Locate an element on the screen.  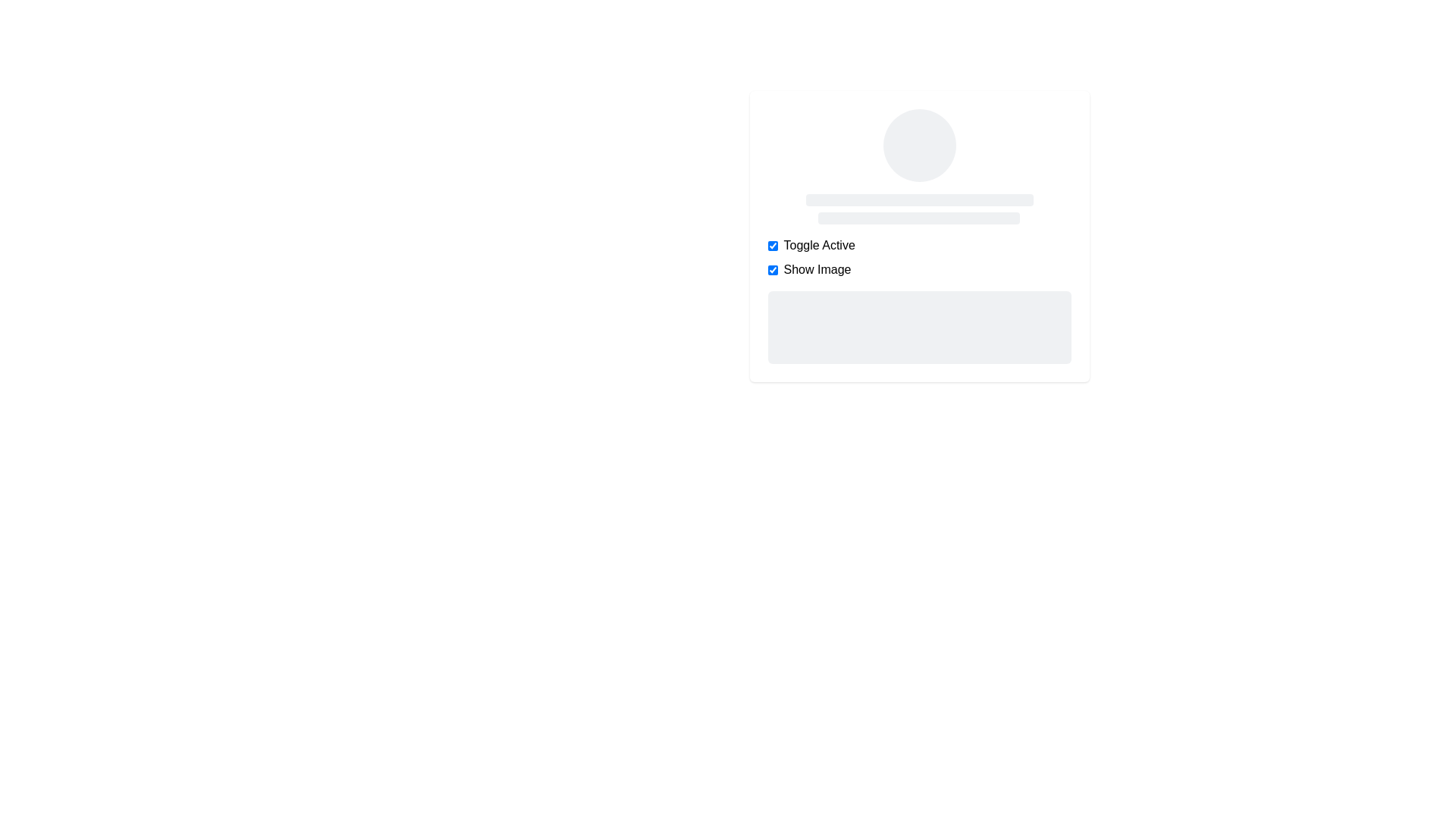
the interactive checkbox with a blue background and a white checkmark, which is located to the left of the 'Toggle Active' label is located at coordinates (772, 245).